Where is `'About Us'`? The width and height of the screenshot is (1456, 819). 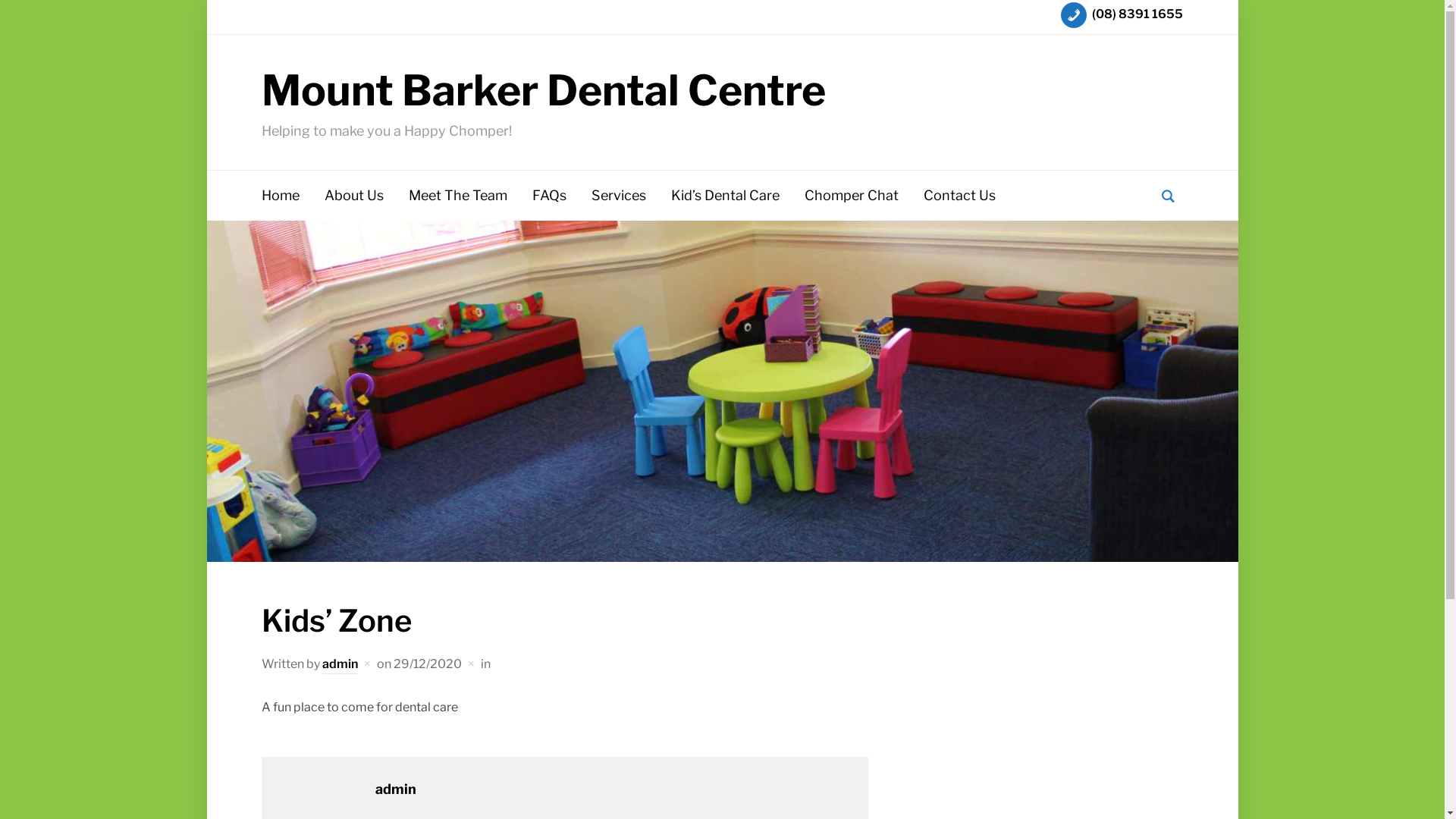
'About Us' is located at coordinates (353, 195).